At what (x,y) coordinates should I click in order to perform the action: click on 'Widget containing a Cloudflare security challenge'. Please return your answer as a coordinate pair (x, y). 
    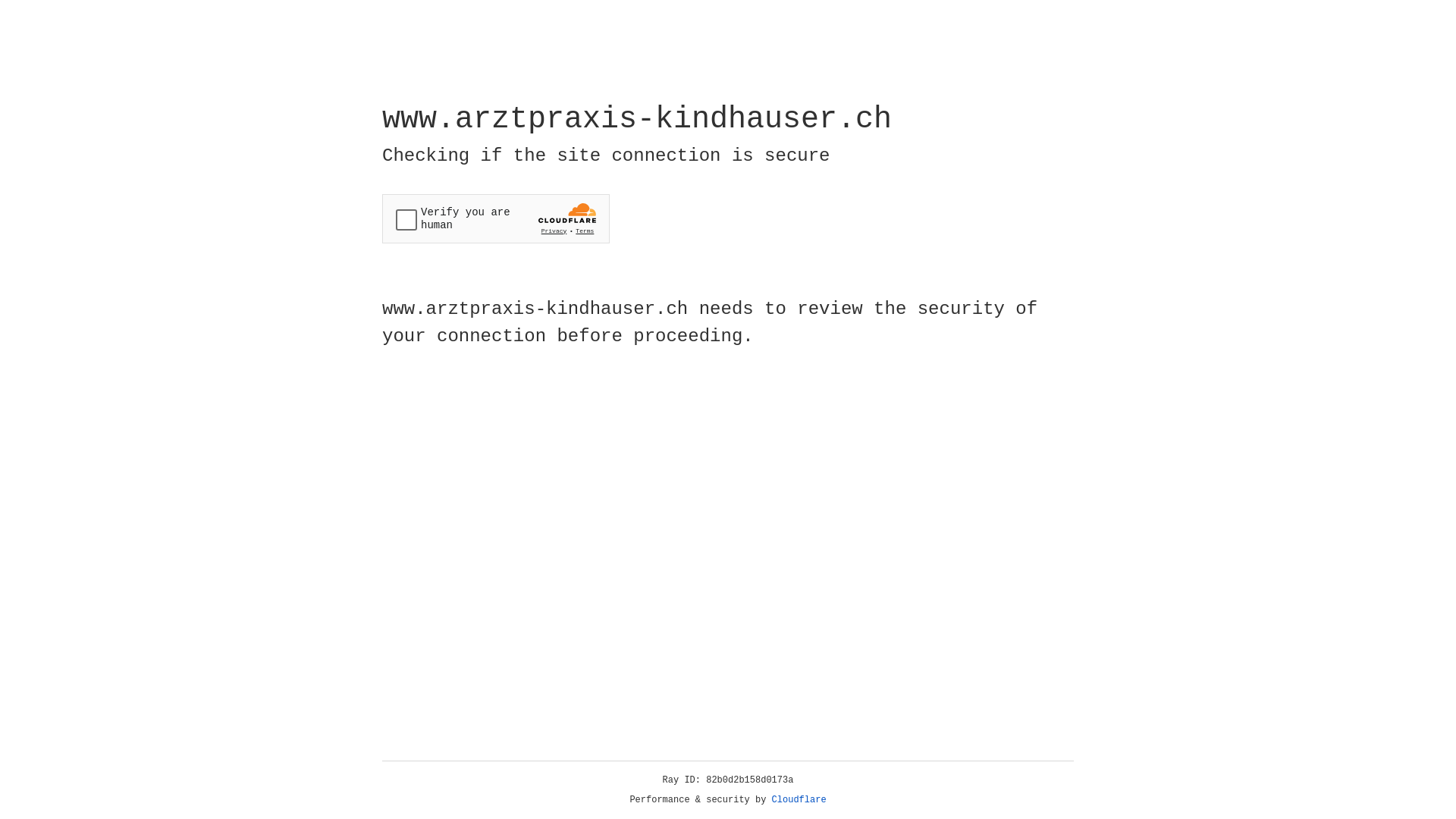
    Looking at the image, I should click on (495, 218).